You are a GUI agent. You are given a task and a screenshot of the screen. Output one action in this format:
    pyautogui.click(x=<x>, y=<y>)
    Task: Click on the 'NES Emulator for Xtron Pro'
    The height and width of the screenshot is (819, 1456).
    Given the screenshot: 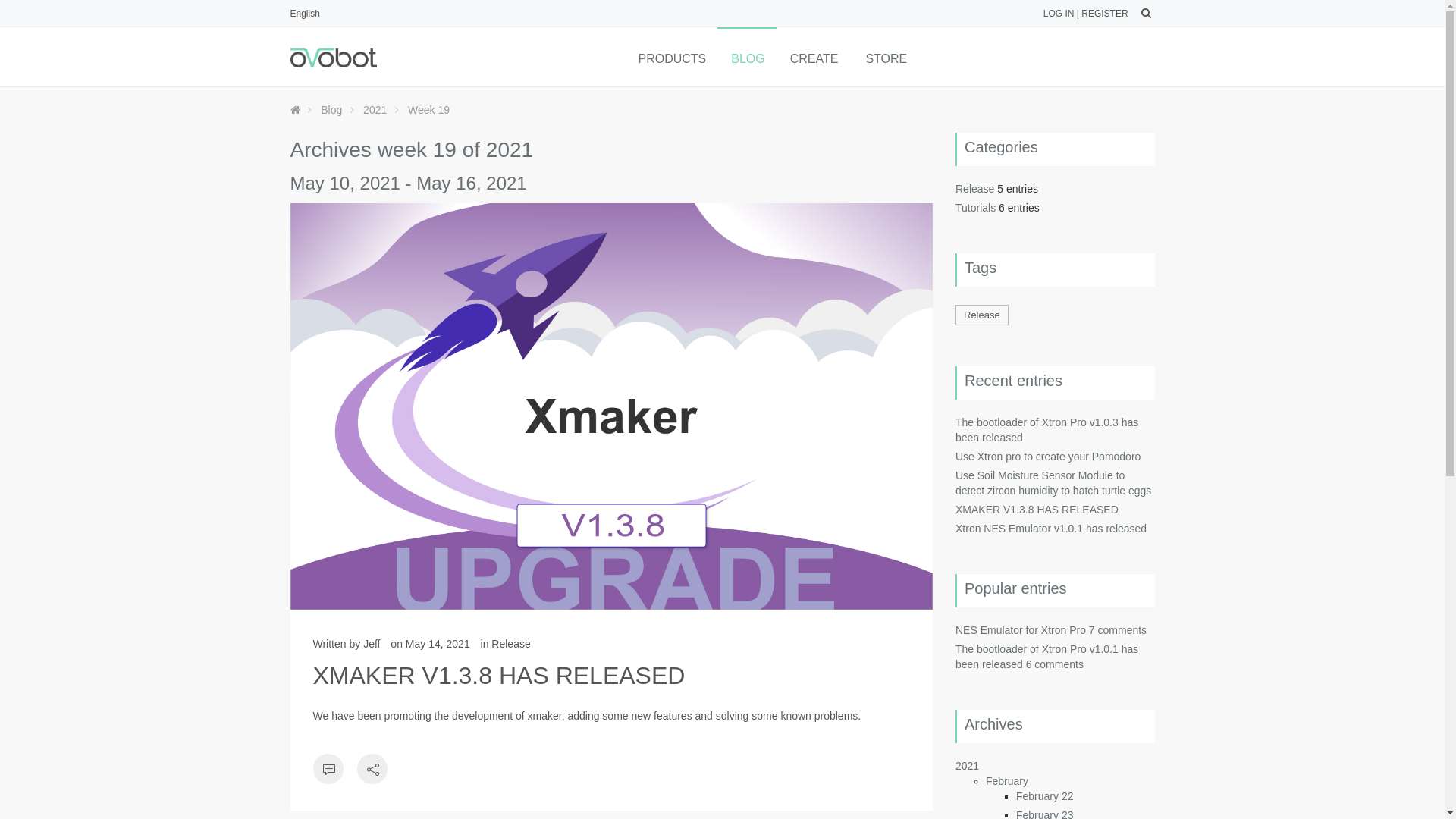 What is the action you would take?
    pyautogui.click(x=1020, y=629)
    